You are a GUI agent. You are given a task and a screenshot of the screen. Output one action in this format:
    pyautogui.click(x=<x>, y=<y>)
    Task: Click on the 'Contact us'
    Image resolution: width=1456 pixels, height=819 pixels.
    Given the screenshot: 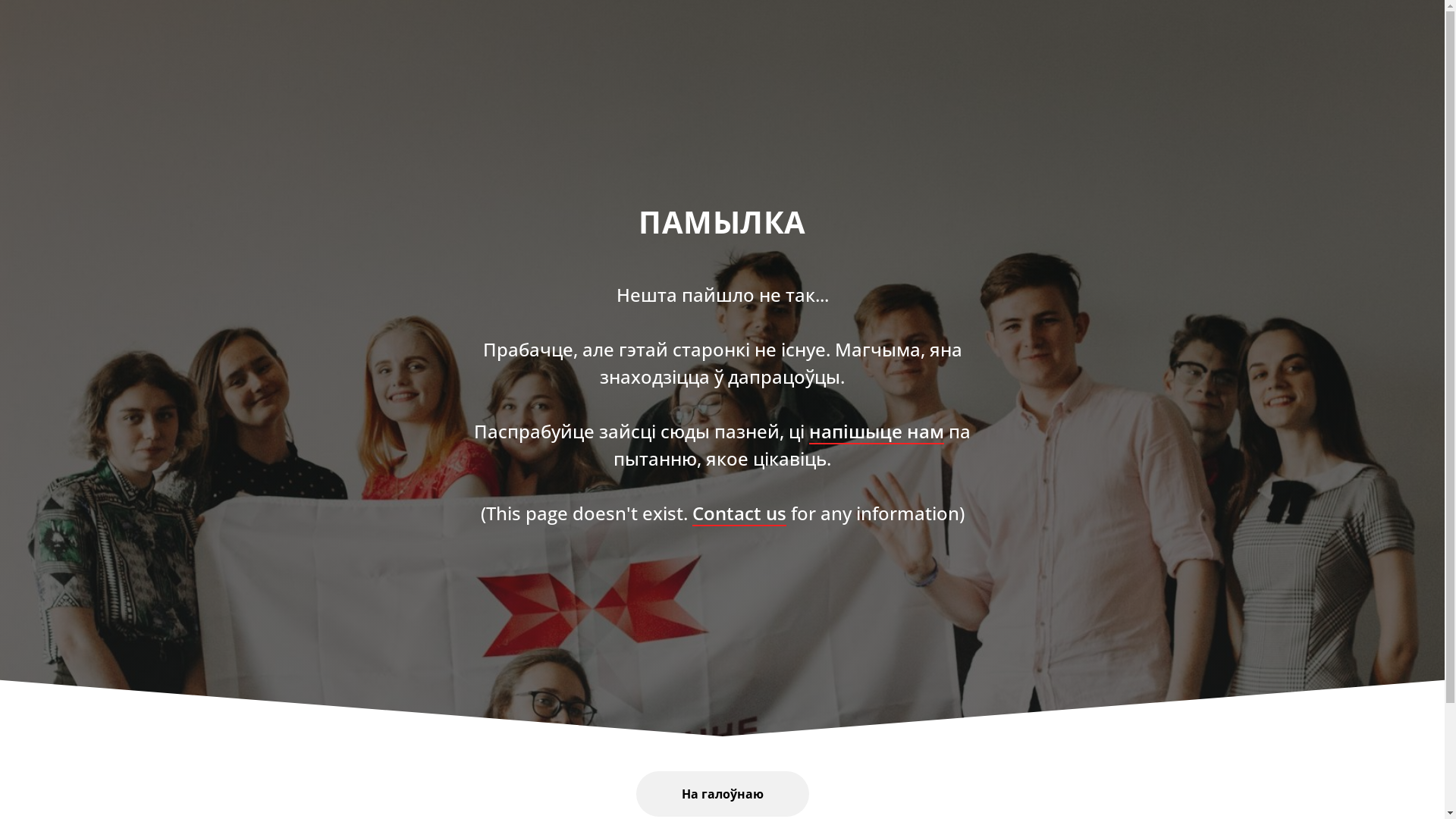 What is the action you would take?
    pyautogui.click(x=739, y=513)
    